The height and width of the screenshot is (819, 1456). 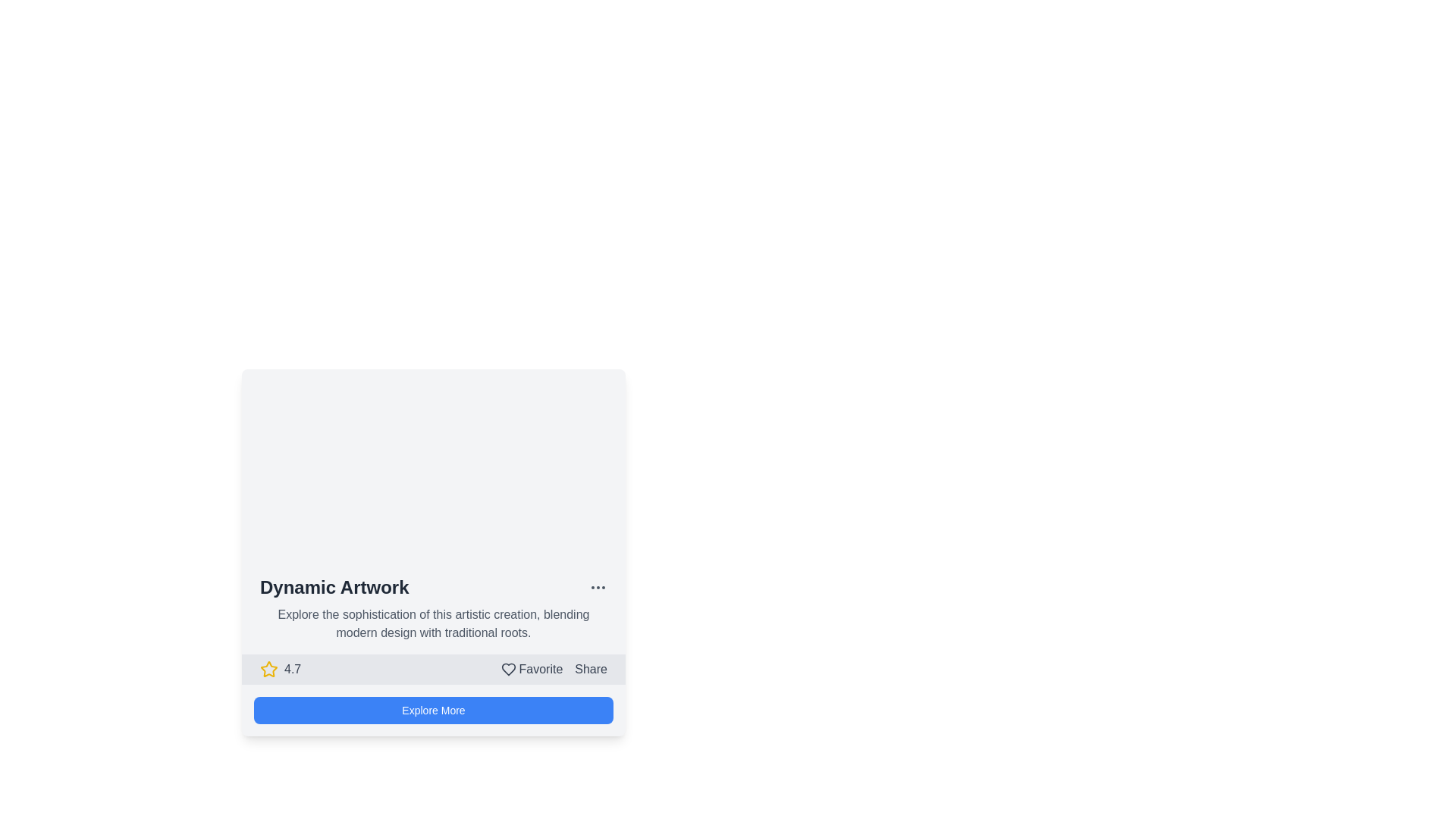 I want to click on the 'Share' text label, which is styled in gray and turns blue when hovered, located to the right of the 'Favorite' text label at the bottom right of the card, so click(x=590, y=669).